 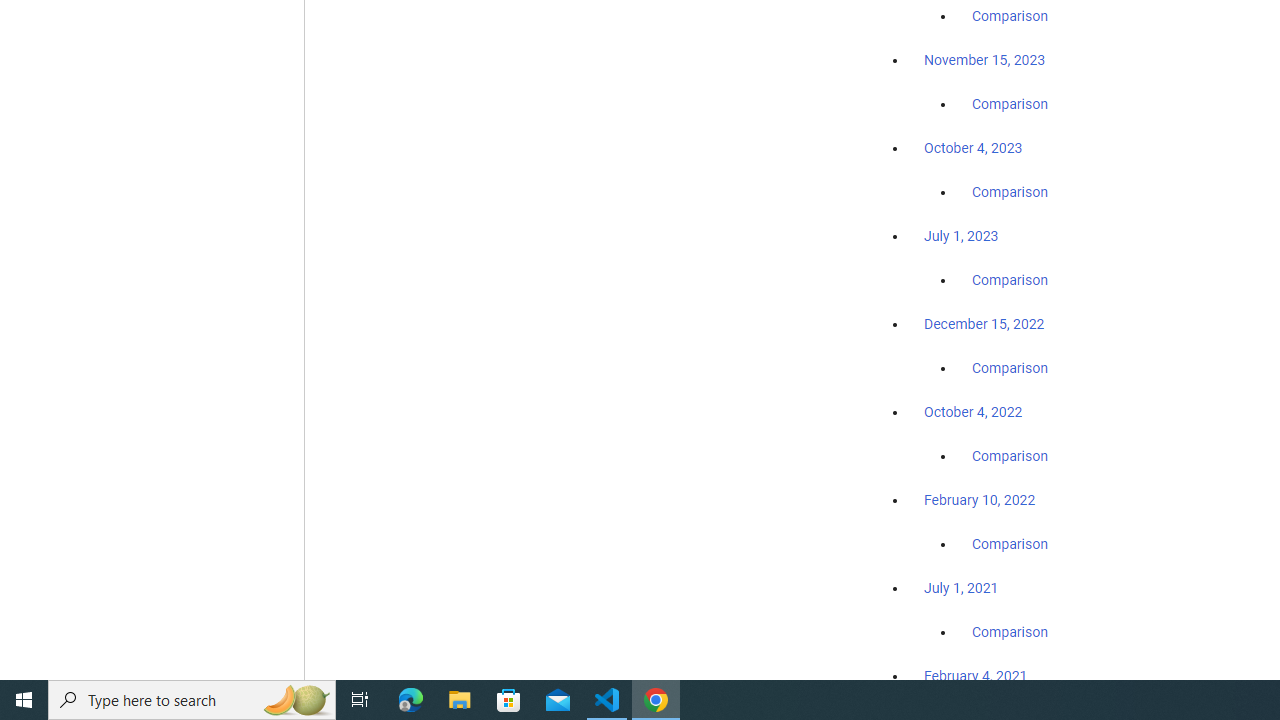 I want to click on 'File Explorer', so click(x=459, y=698).